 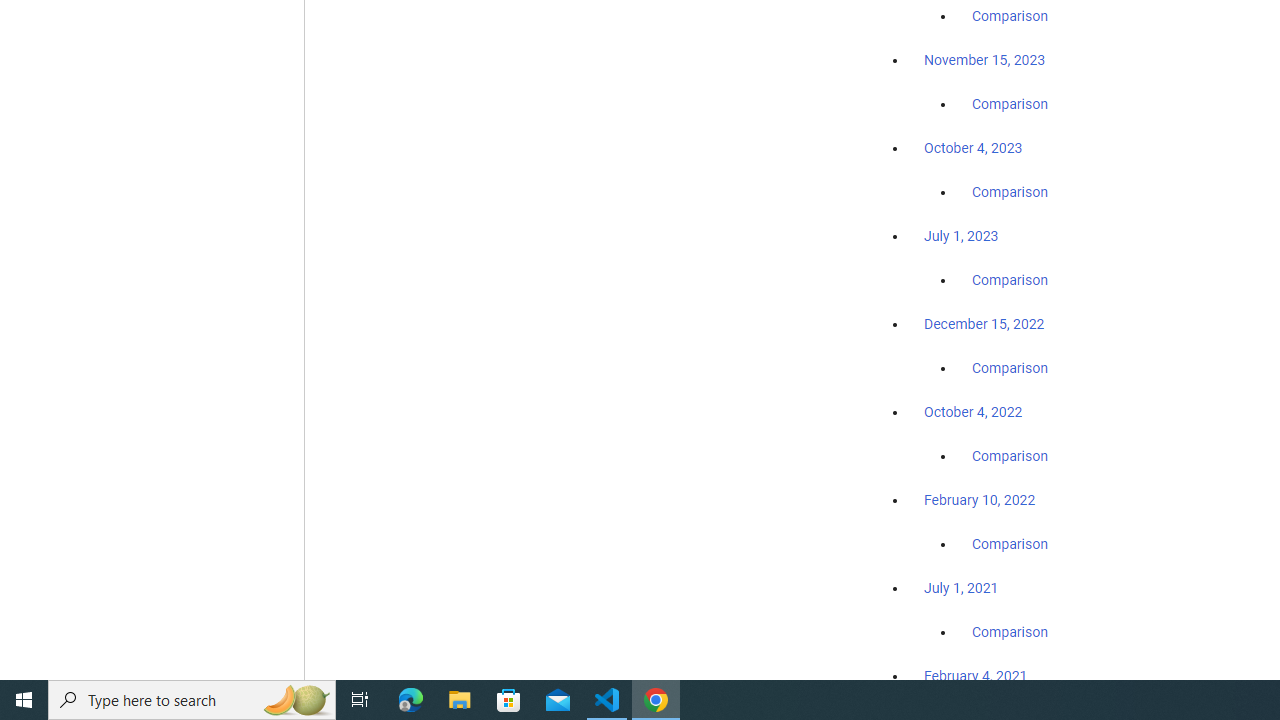 I want to click on 'File Explorer', so click(x=459, y=698).